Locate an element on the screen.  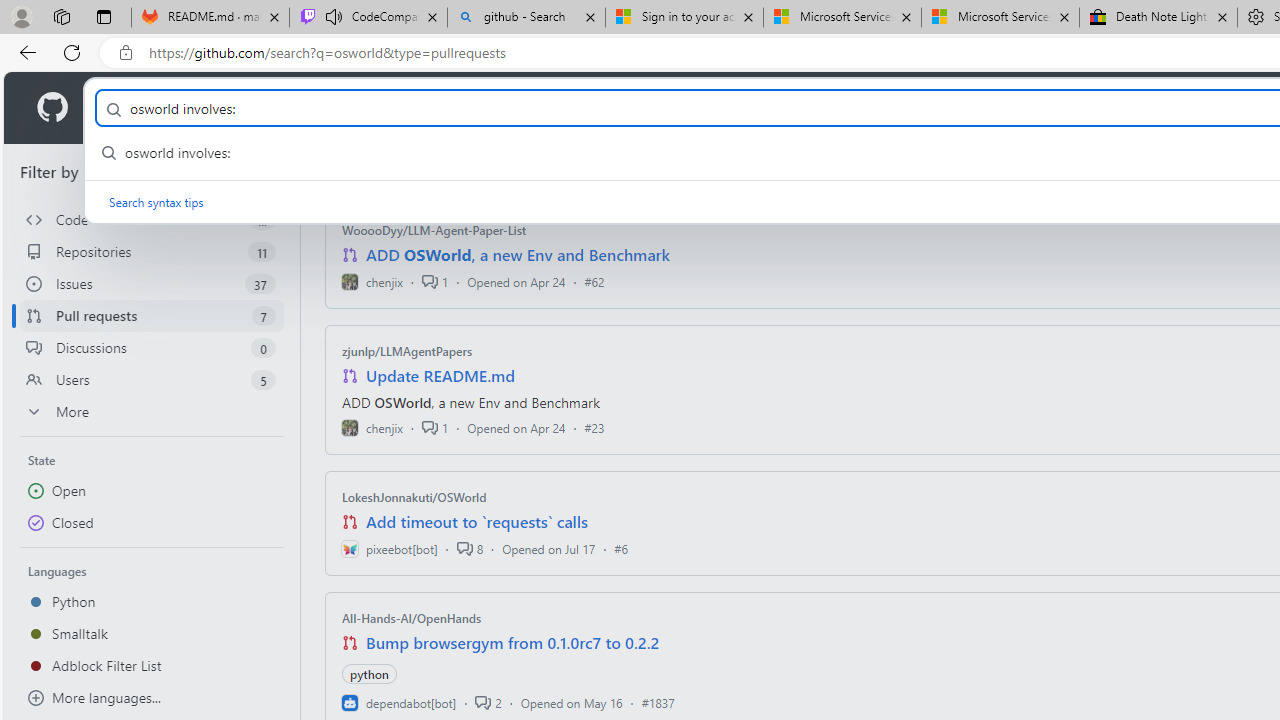
'pixeebot[bot]' is located at coordinates (389, 548).